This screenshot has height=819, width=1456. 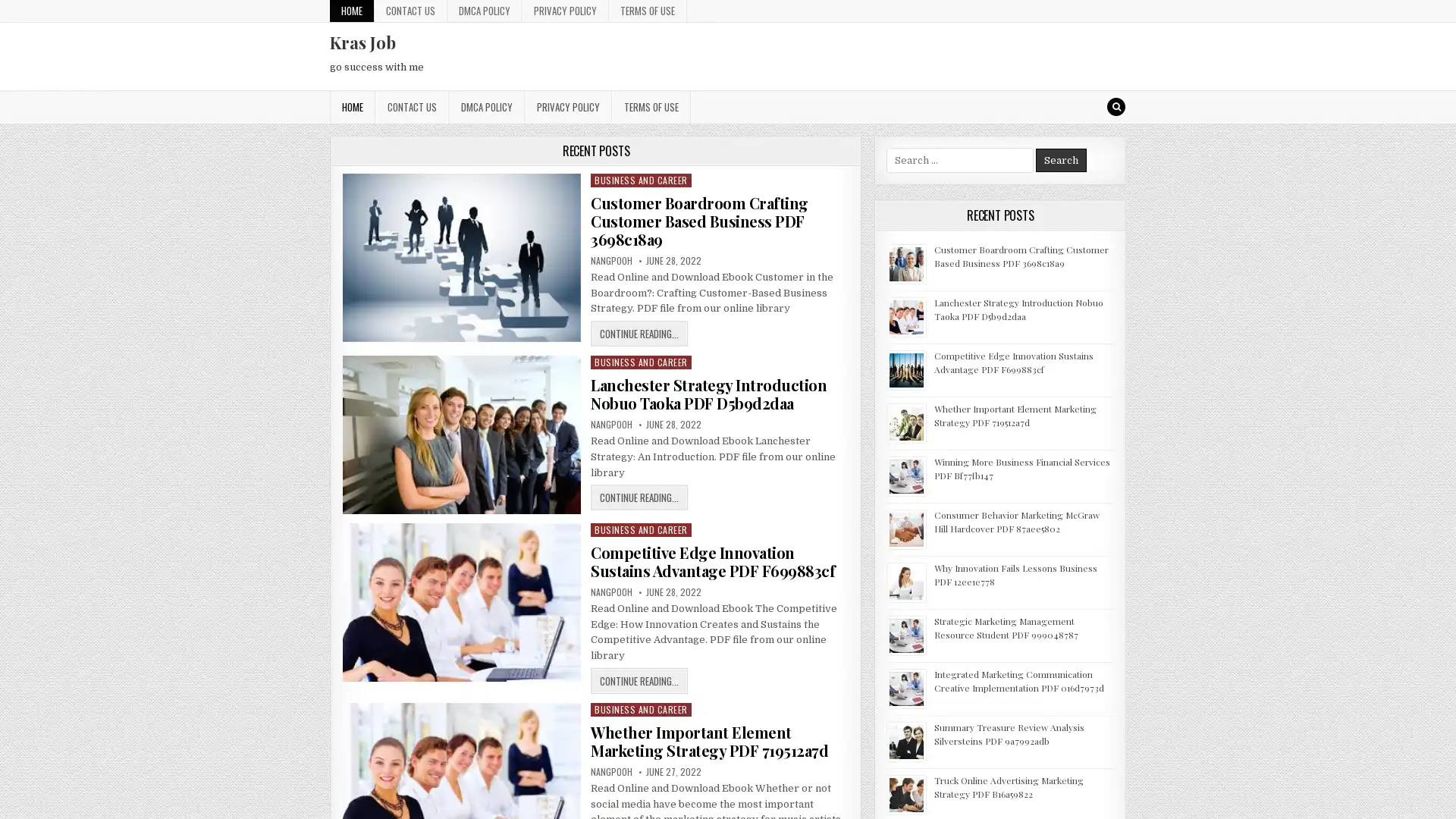 What do you see at coordinates (1060, 160) in the screenshot?
I see `Search` at bounding box center [1060, 160].